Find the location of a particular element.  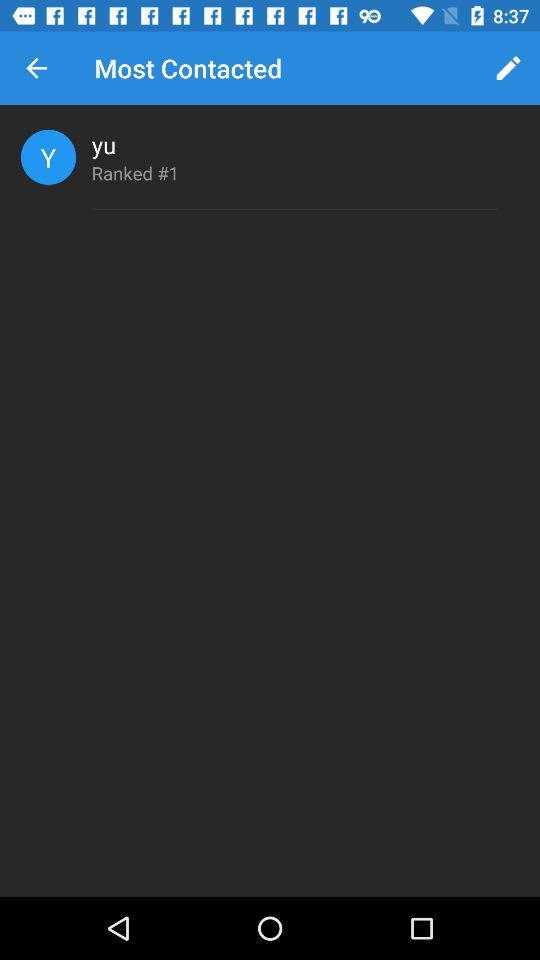

the item to the left of yu item is located at coordinates (48, 156).